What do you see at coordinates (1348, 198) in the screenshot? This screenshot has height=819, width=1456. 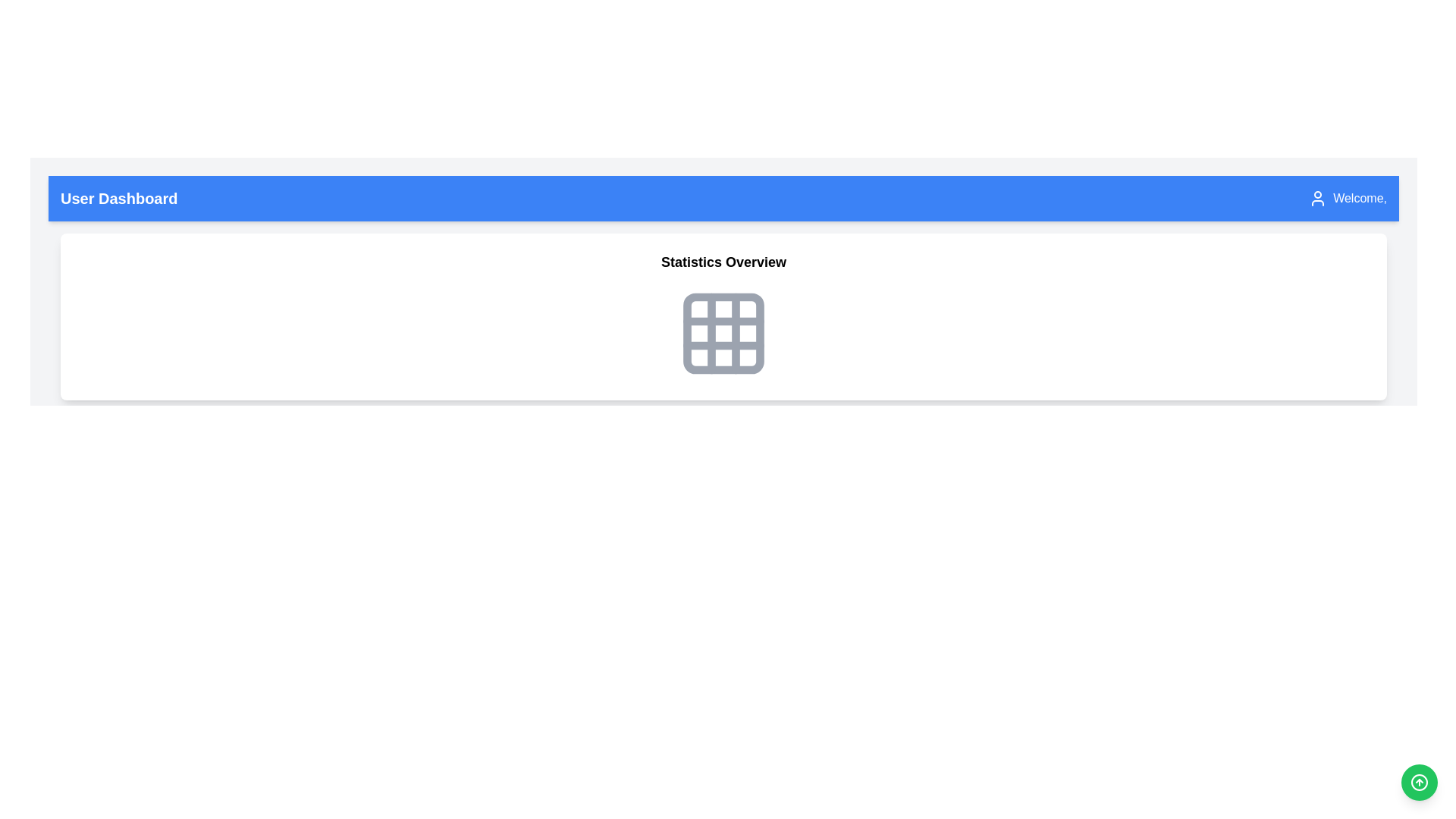 I see `the greeting message Text Label located on the right side of the blue top bar, adjacent to the 'User Dashboard' text and a graphical user icon` at bounding box center [1348, 198].